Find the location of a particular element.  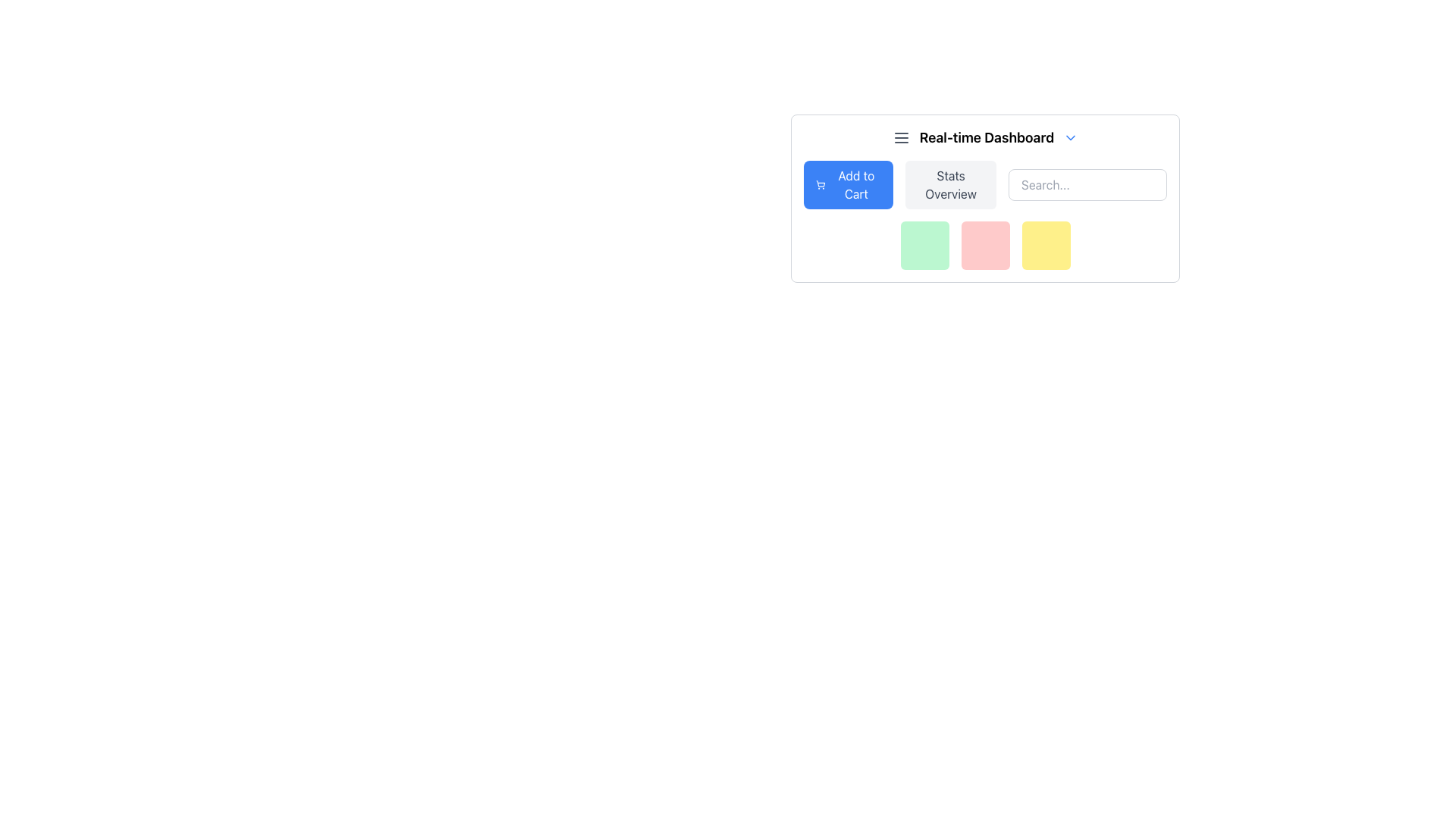

the third square visual placeholder in the lower-center region of the dashboard layout, which is non-interactive and serves as a decorative component is located at coordinates (1045, 245).